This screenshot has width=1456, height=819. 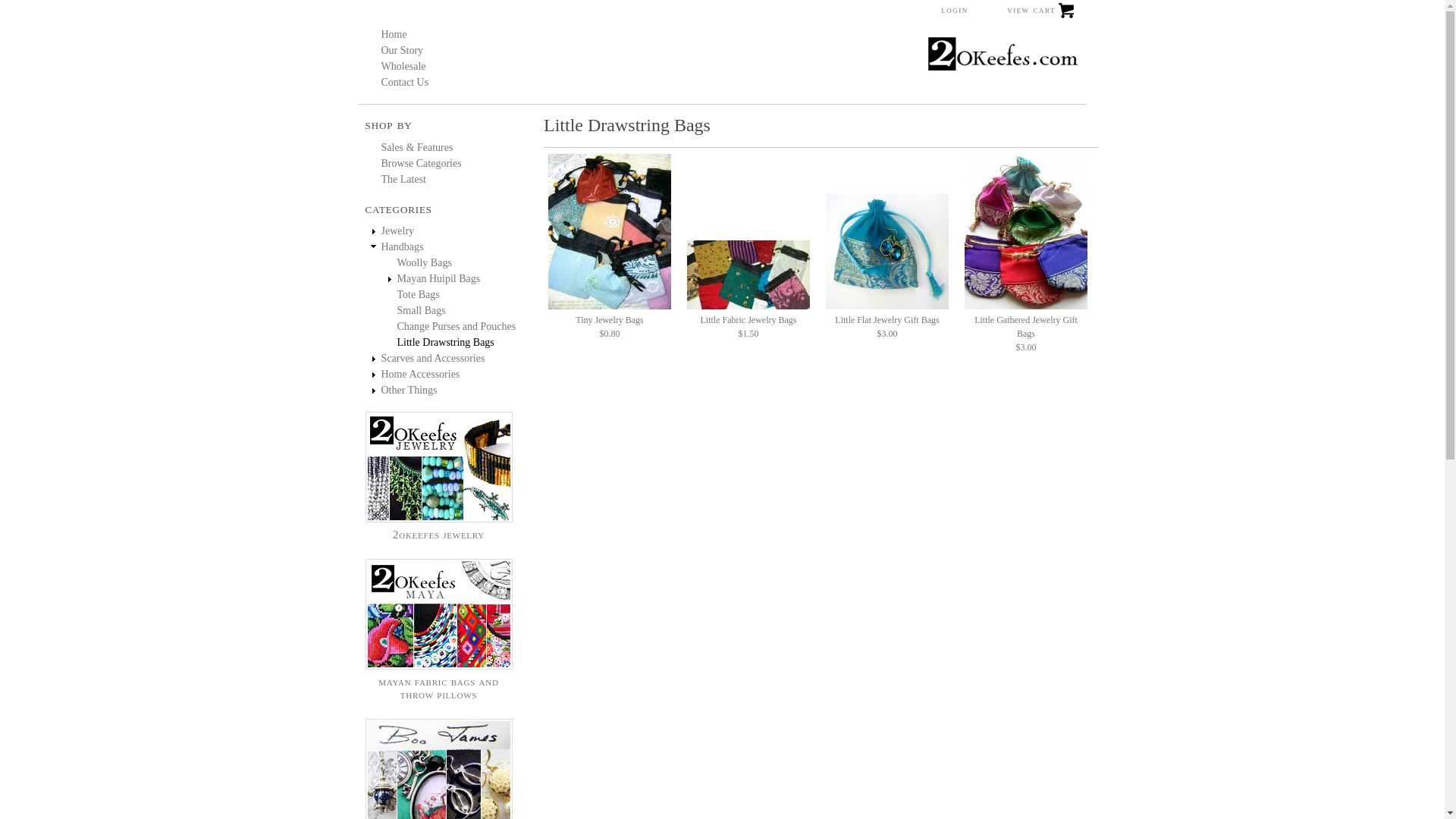 I want to click on 'Other Things', so click(x=408, y=389).